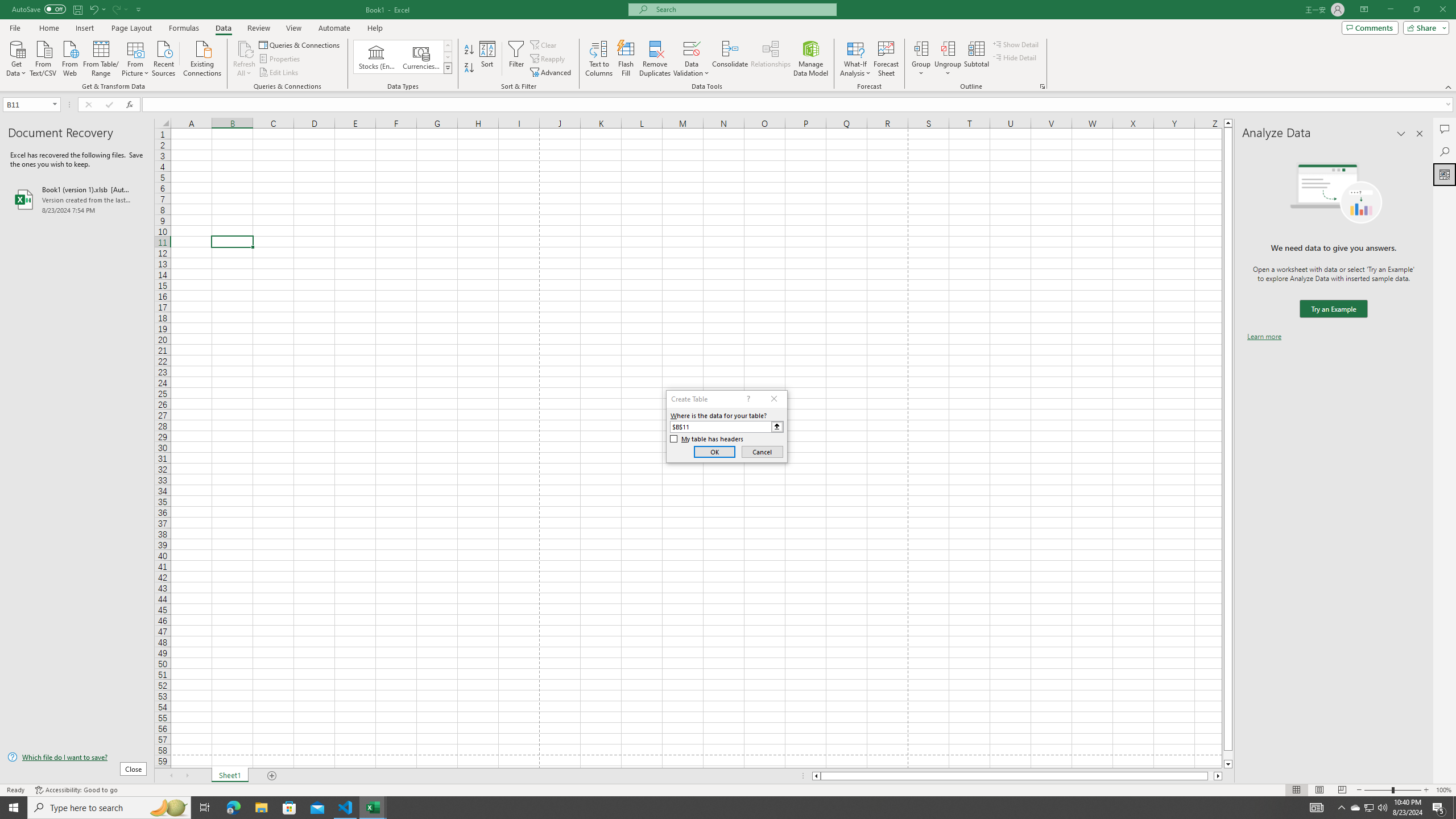 This screenshot has width=1456, height=819. I want to click on 'Page Break Preview', so click(1342, 790).